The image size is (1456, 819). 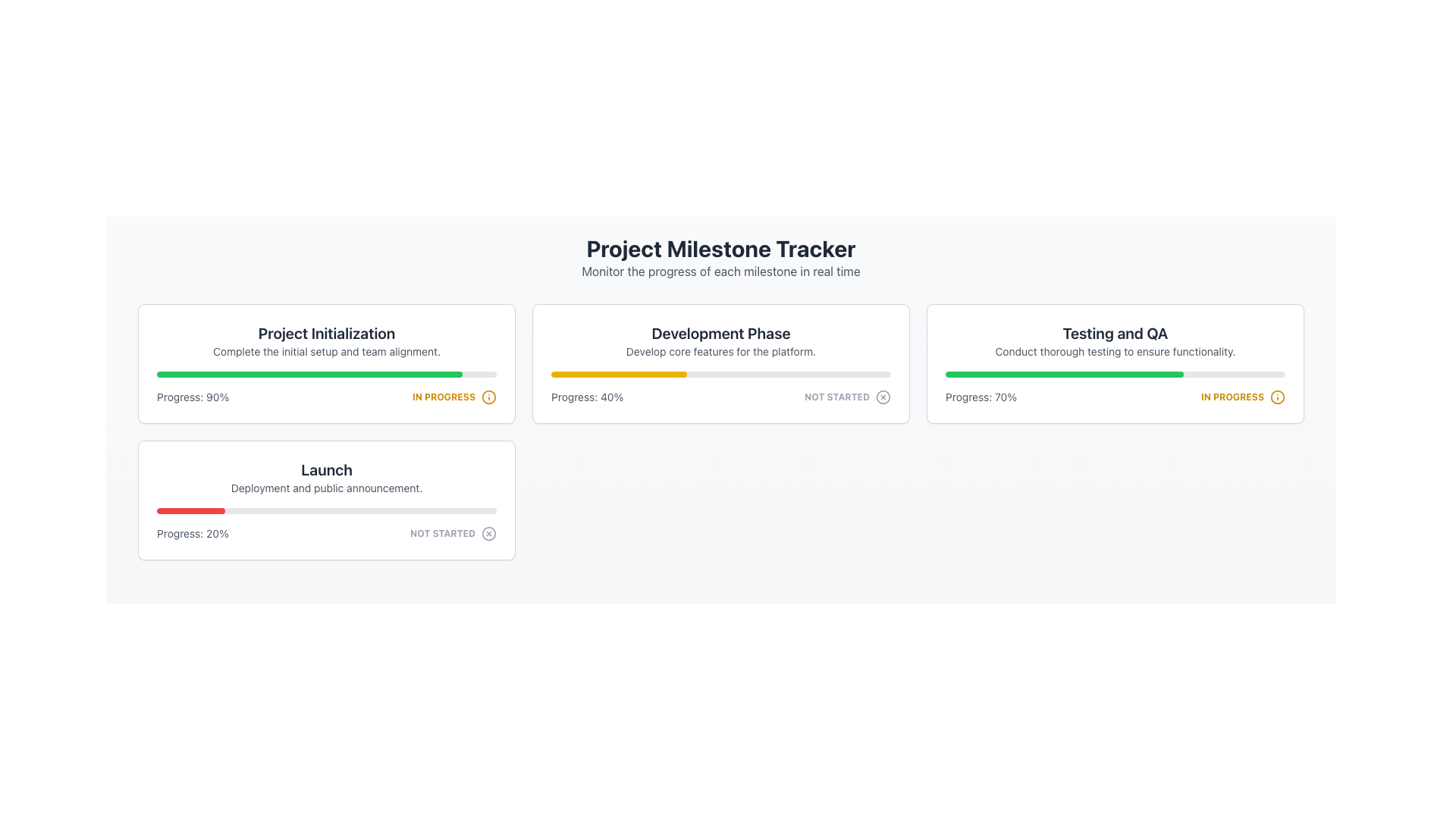 What do you see at coordinates (326, 332) in the screenshot?
I see `the title text label of the 'Project Initialization' module, located in the upper-left module of the main interface layout` at bounding box center [326, 332].